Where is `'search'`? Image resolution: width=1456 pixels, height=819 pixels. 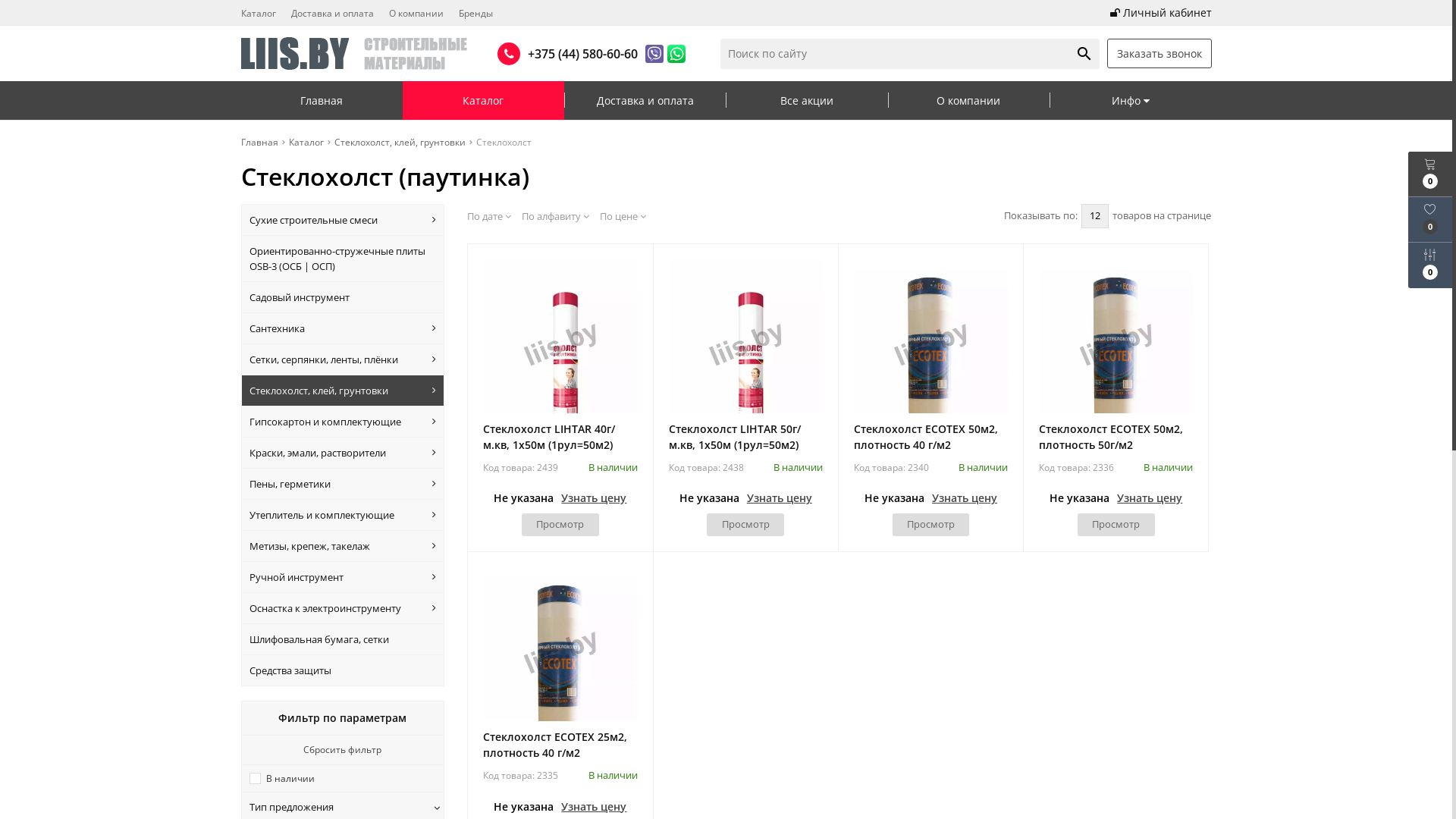
'search' is located at coordinates (1084, 52).